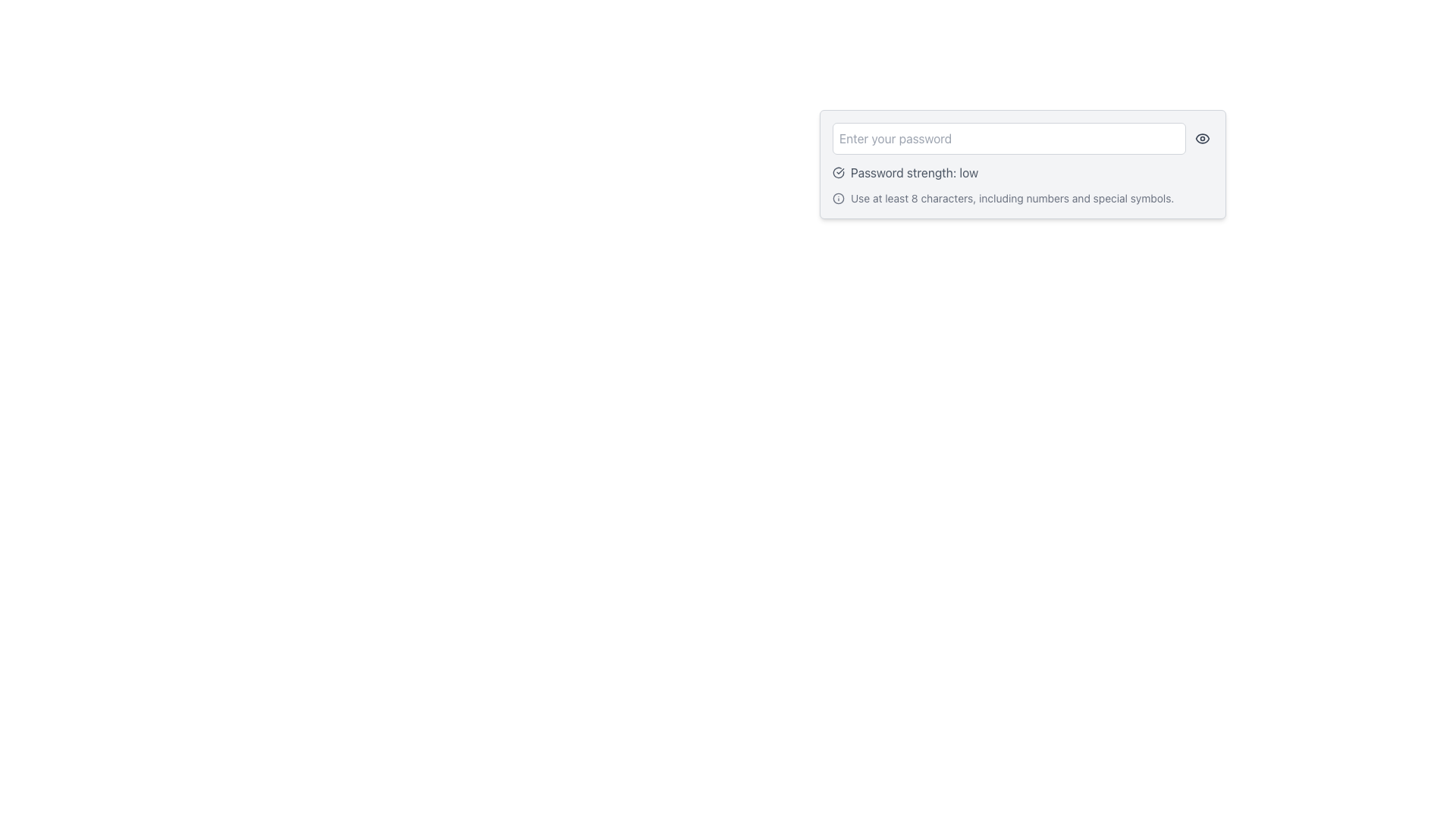  I want to click on the password input field located centrally within the viewport to type a password, so click(1022, 164).